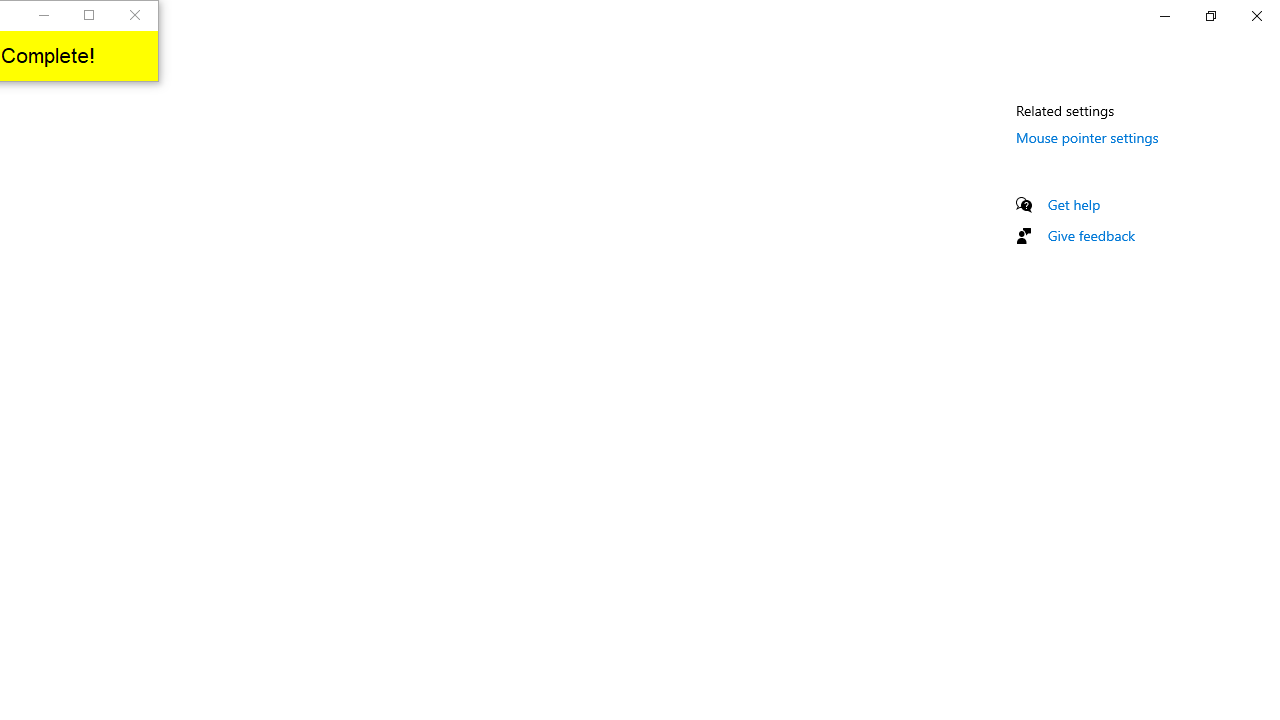  Describe the element at coordinates (1073, 204) in the screenshot. I see `'Get help'` at that location.